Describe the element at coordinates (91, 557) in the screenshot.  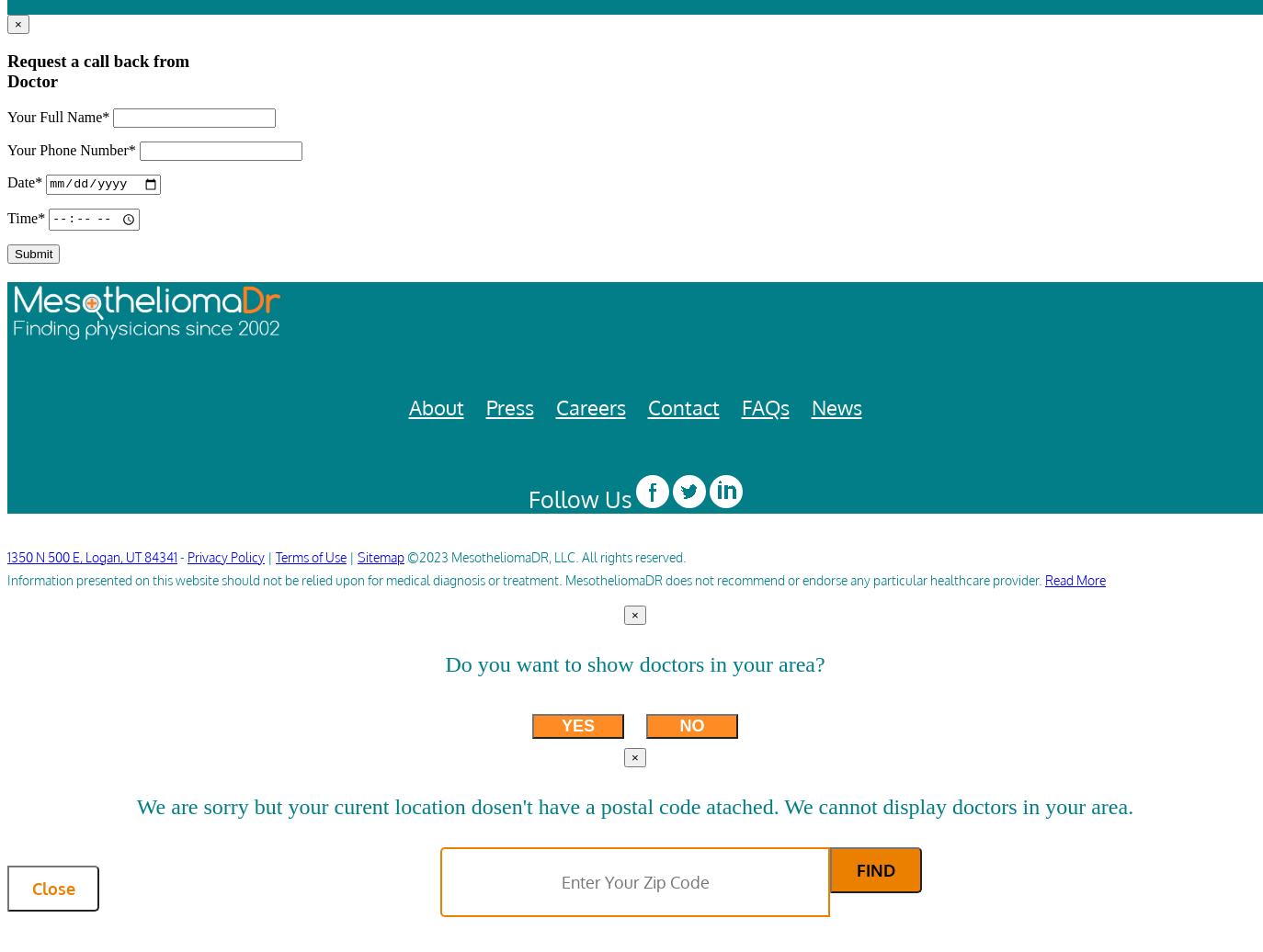
I see `'1350 N 500 E, Logan, UT 84341'` at that location.